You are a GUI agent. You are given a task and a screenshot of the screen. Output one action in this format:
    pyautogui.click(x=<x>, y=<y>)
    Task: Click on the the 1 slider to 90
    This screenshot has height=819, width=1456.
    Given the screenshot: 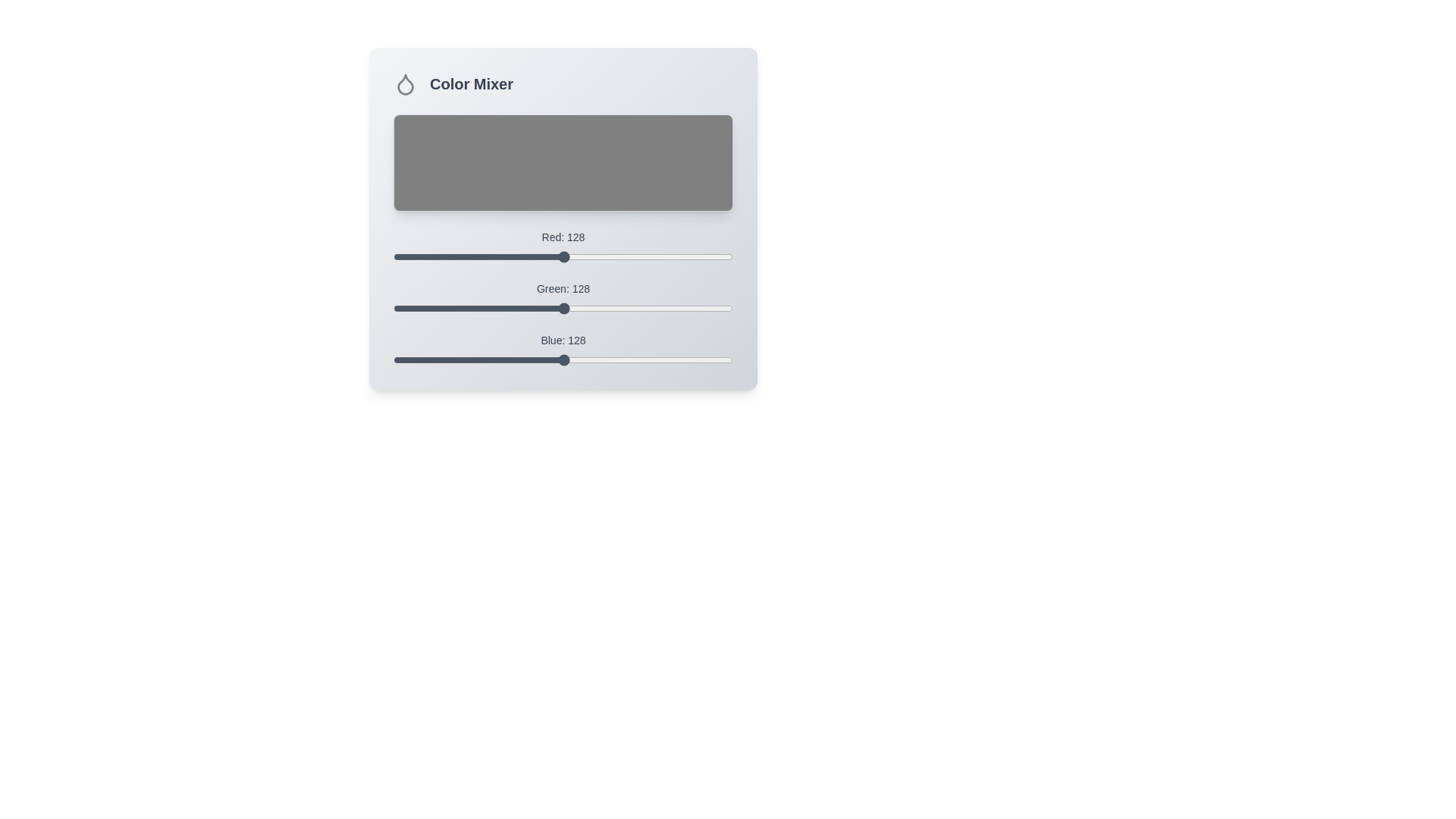 What is the action you would take?
    pyautogui.click(x=513, y=302)
    